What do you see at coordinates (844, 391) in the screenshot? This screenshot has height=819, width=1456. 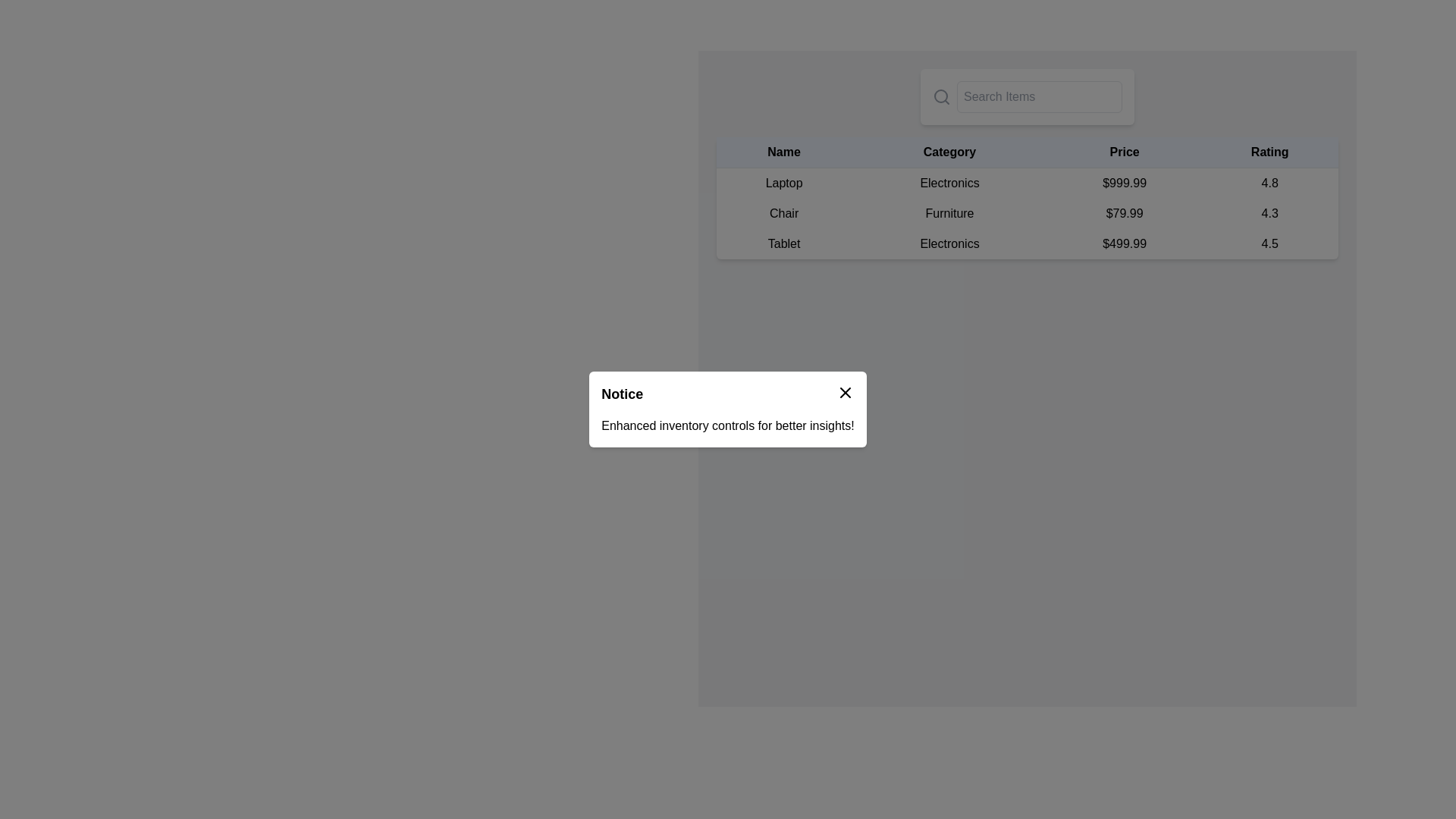 I see `the Close Icon located at the top-right corner of the 'Notice' modal` at bounding box center [844, 391].